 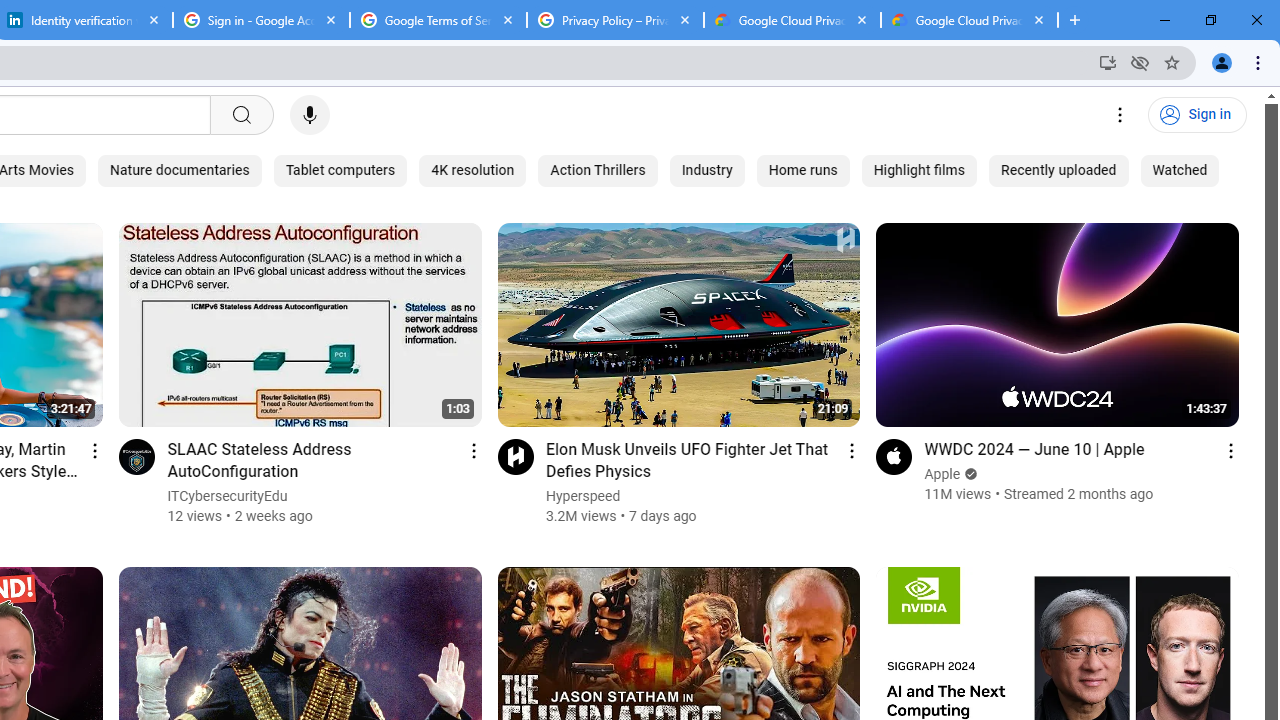 What do you see at coordinates (969, 474) in the screenshot?
I see `'Verified'` at bounding box center [969, 474].